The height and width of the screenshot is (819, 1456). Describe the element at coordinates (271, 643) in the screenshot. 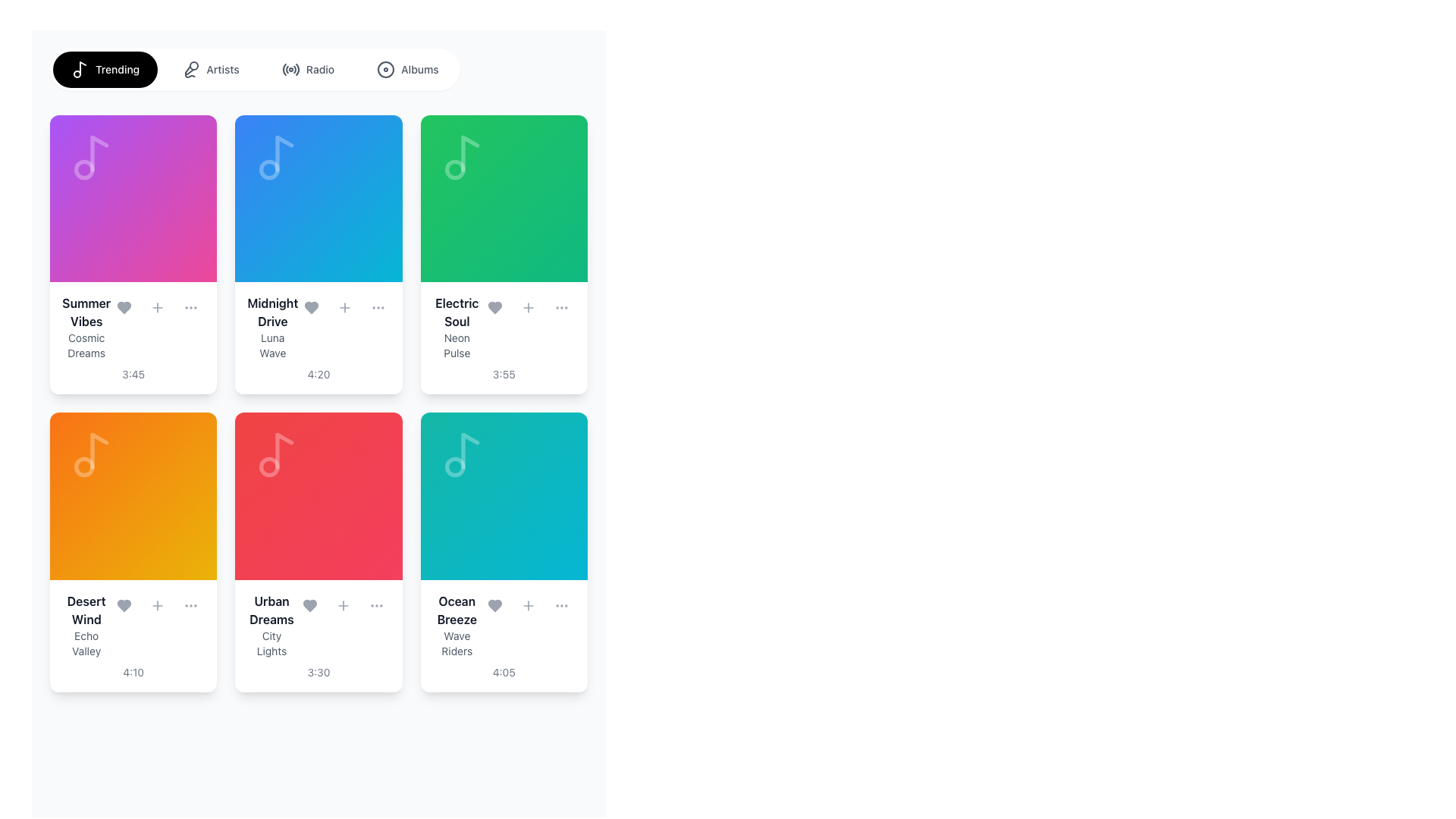

I see `text content of the Text label located below the title 'Urban Dreams' in the second column of the bottom row of the card` at that location.